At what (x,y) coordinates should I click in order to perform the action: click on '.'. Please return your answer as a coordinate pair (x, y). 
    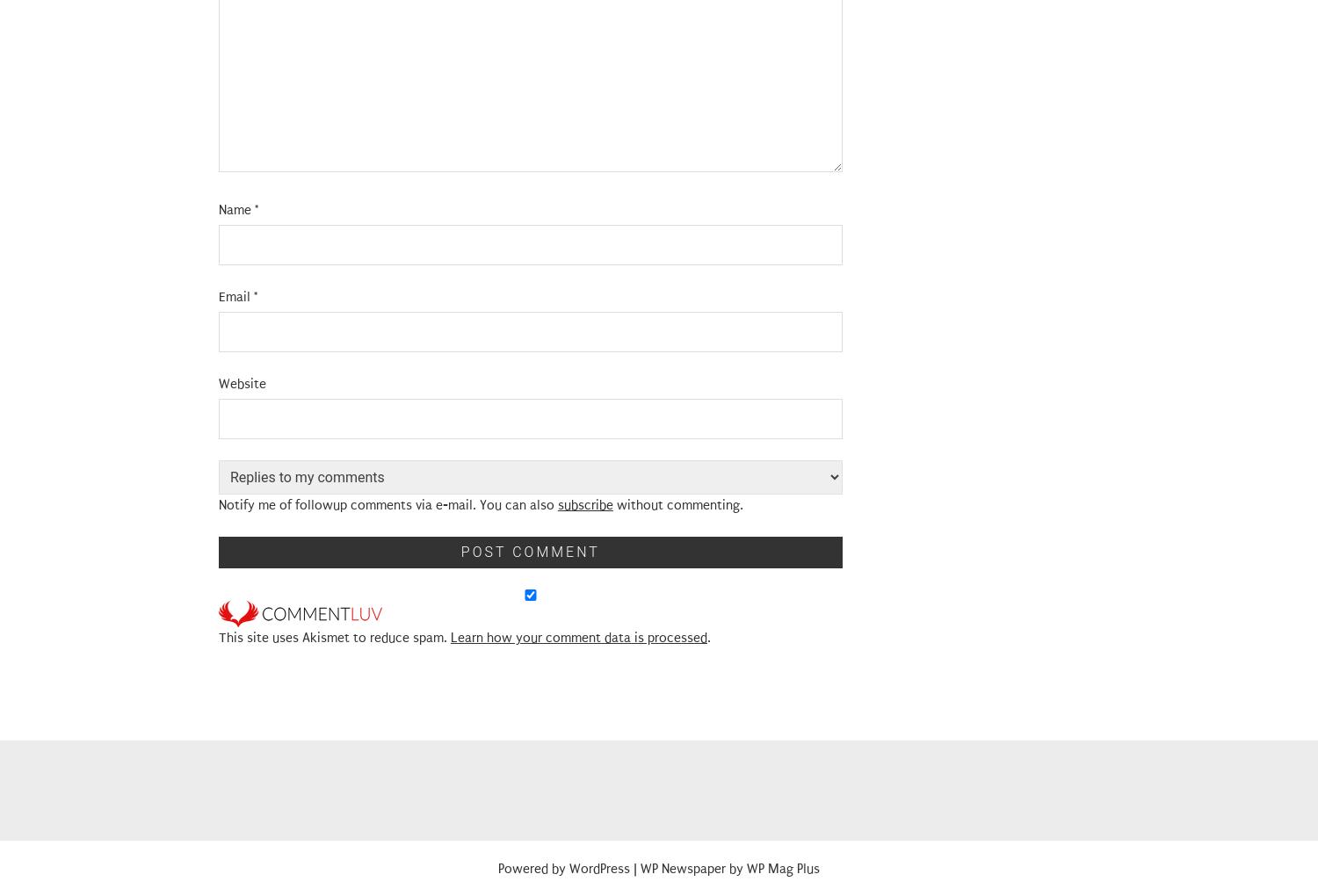
    Looking at the image, I should click on (706, 638).